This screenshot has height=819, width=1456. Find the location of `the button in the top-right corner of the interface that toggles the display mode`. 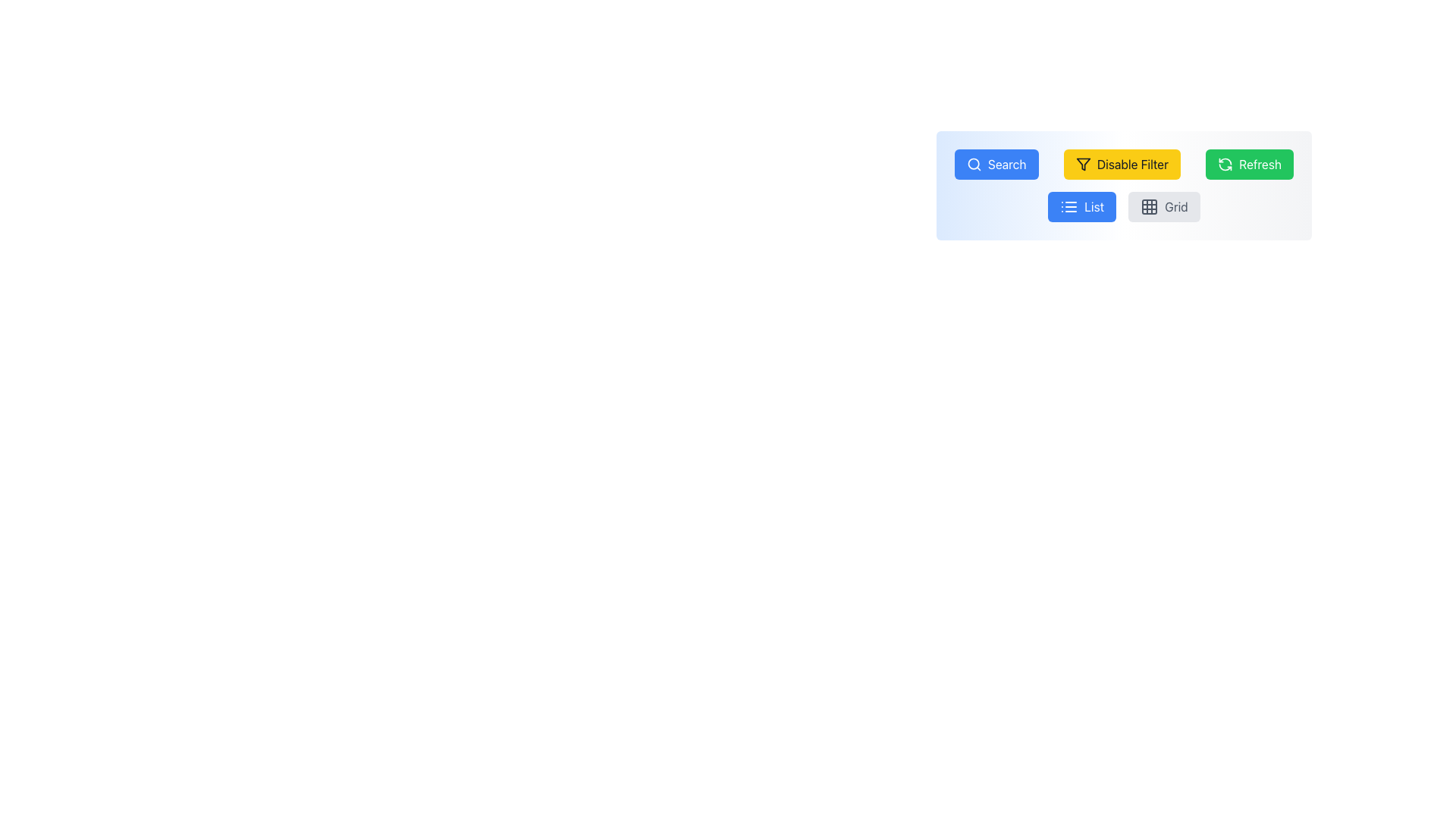

the button in the top-right corner of the interface that toggles the display mode is located at coordinates (1163, 207).